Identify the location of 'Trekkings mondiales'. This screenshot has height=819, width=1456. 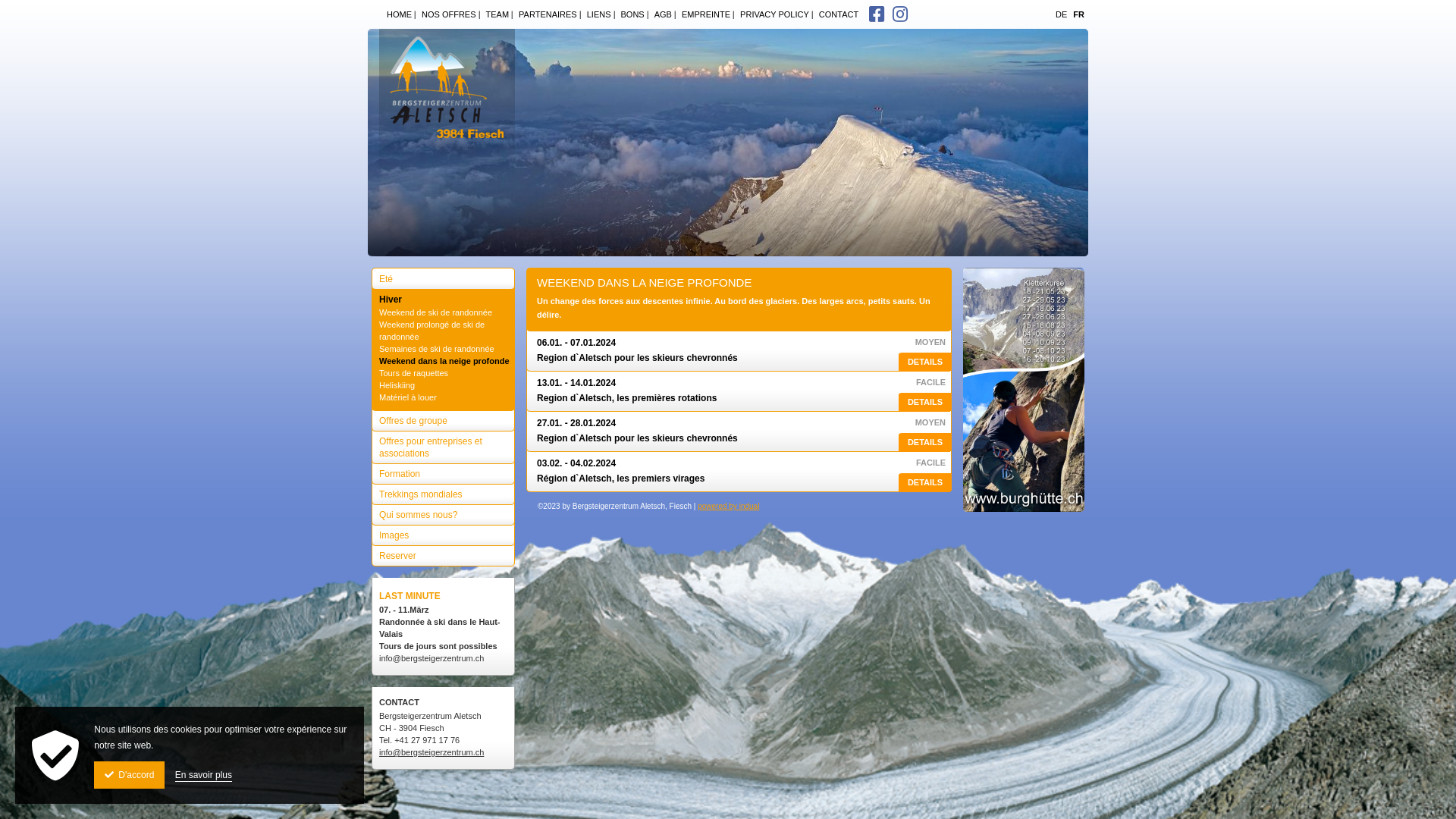
(371, 491).